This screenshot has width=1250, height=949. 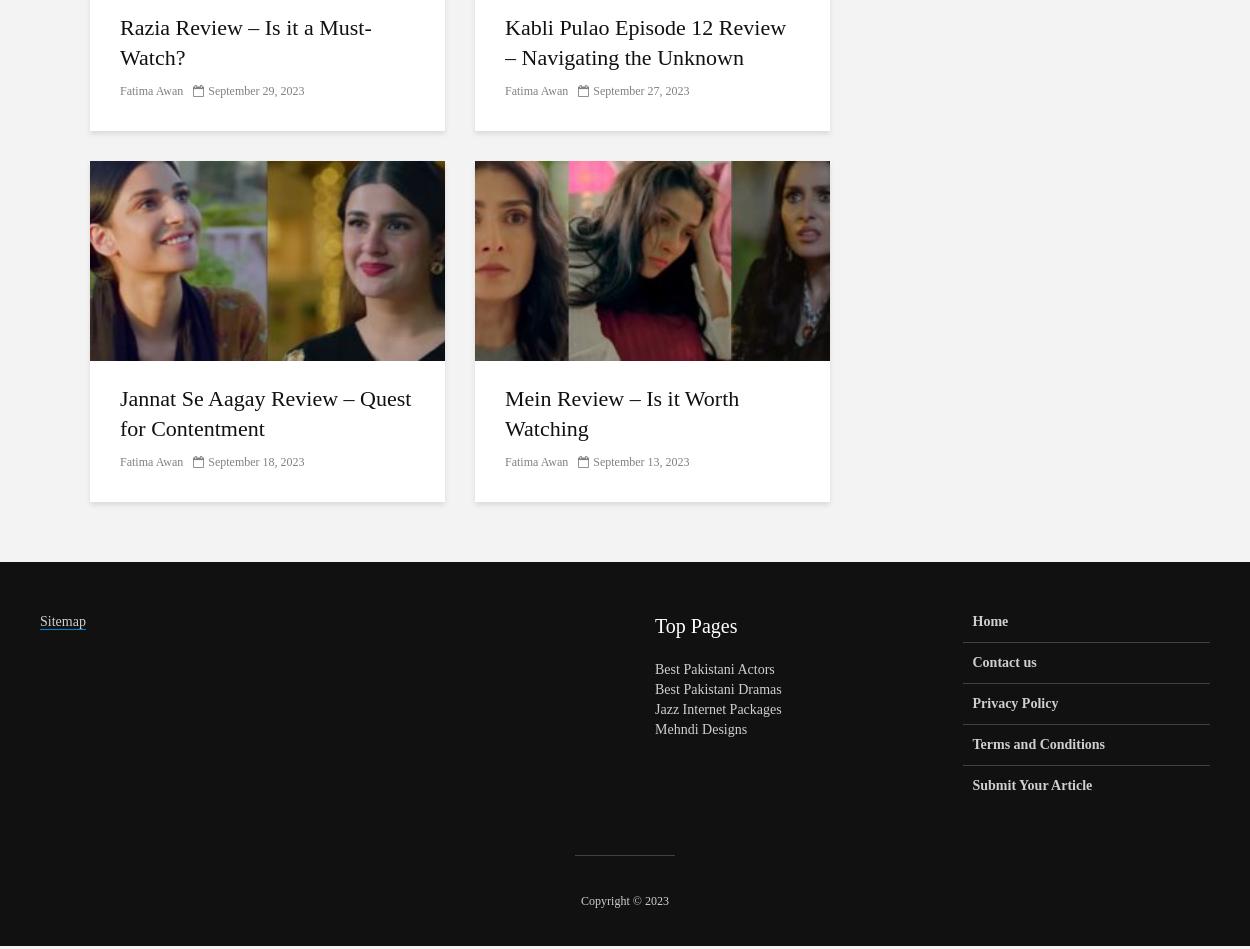 I want to click on 'Copyright © 2023', so click(x=623, y=899).